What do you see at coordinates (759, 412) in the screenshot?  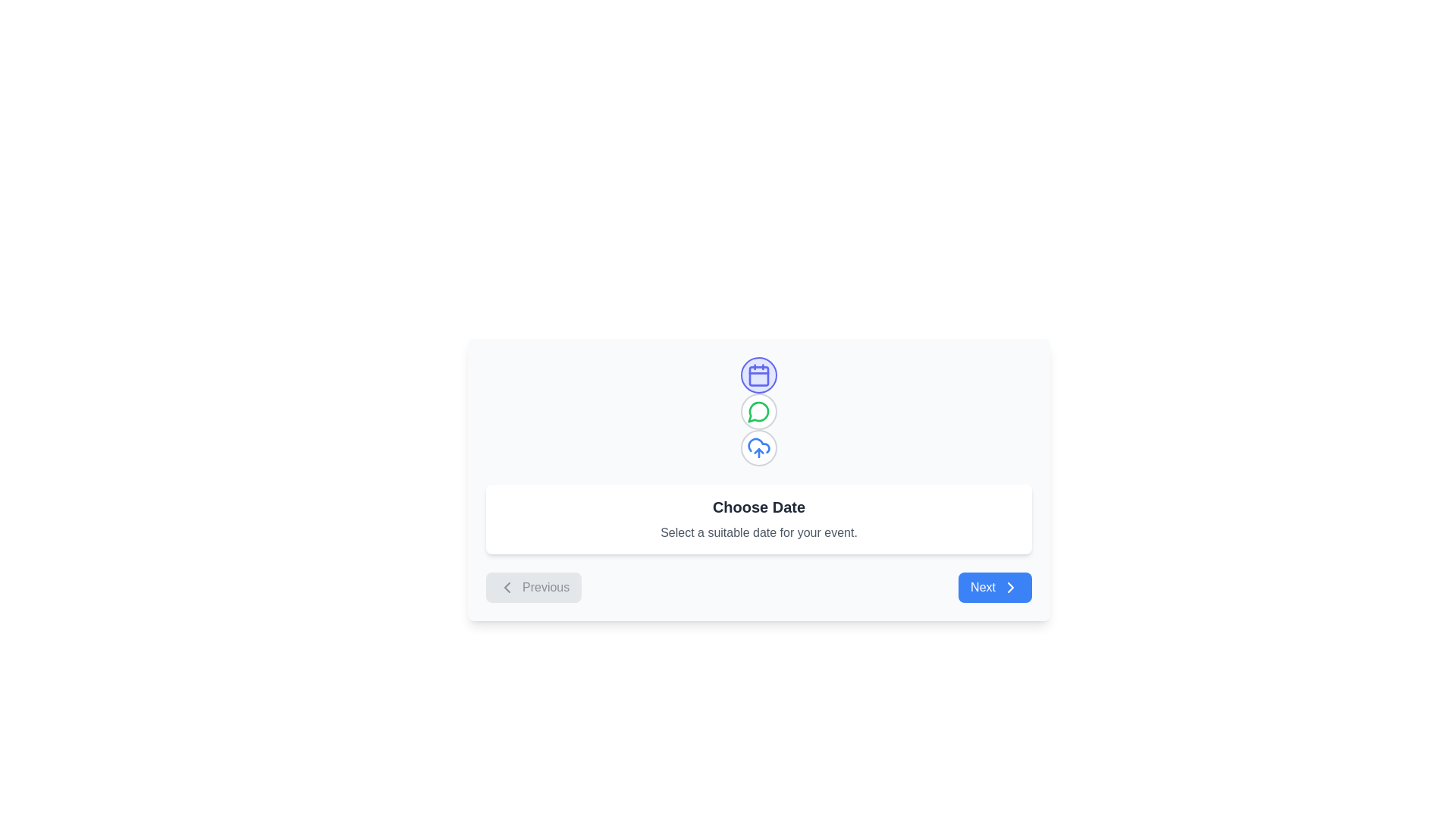 I see `any of the individual icons in the vertically arranged Icon group located above the 'Choose Date' section` at bounding box center [759, 412].